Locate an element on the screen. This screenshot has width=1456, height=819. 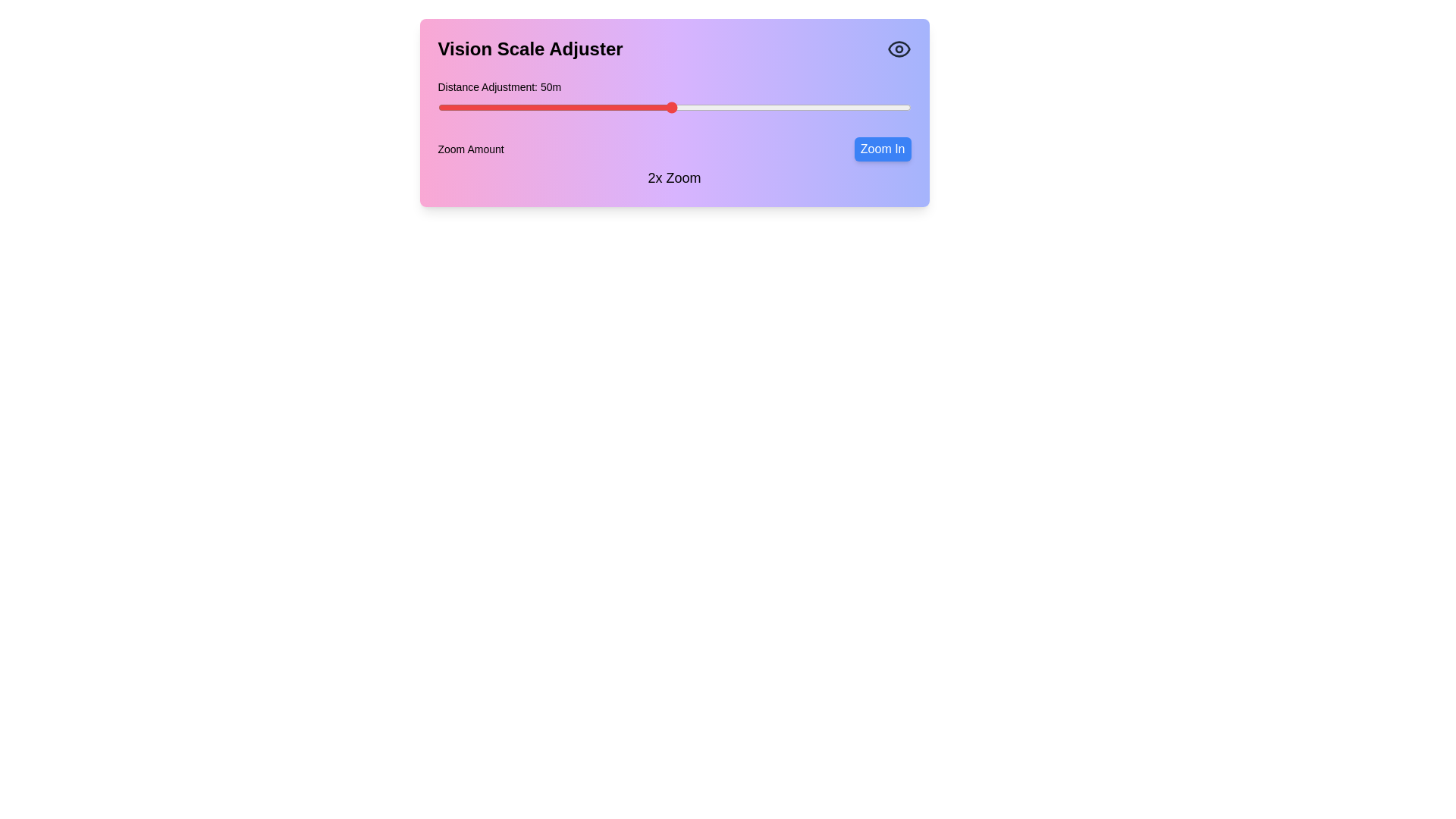
the eye icon segment, which is a curved oval shape located near the top-right corner of the main panel is located at coordinates (899, 49).